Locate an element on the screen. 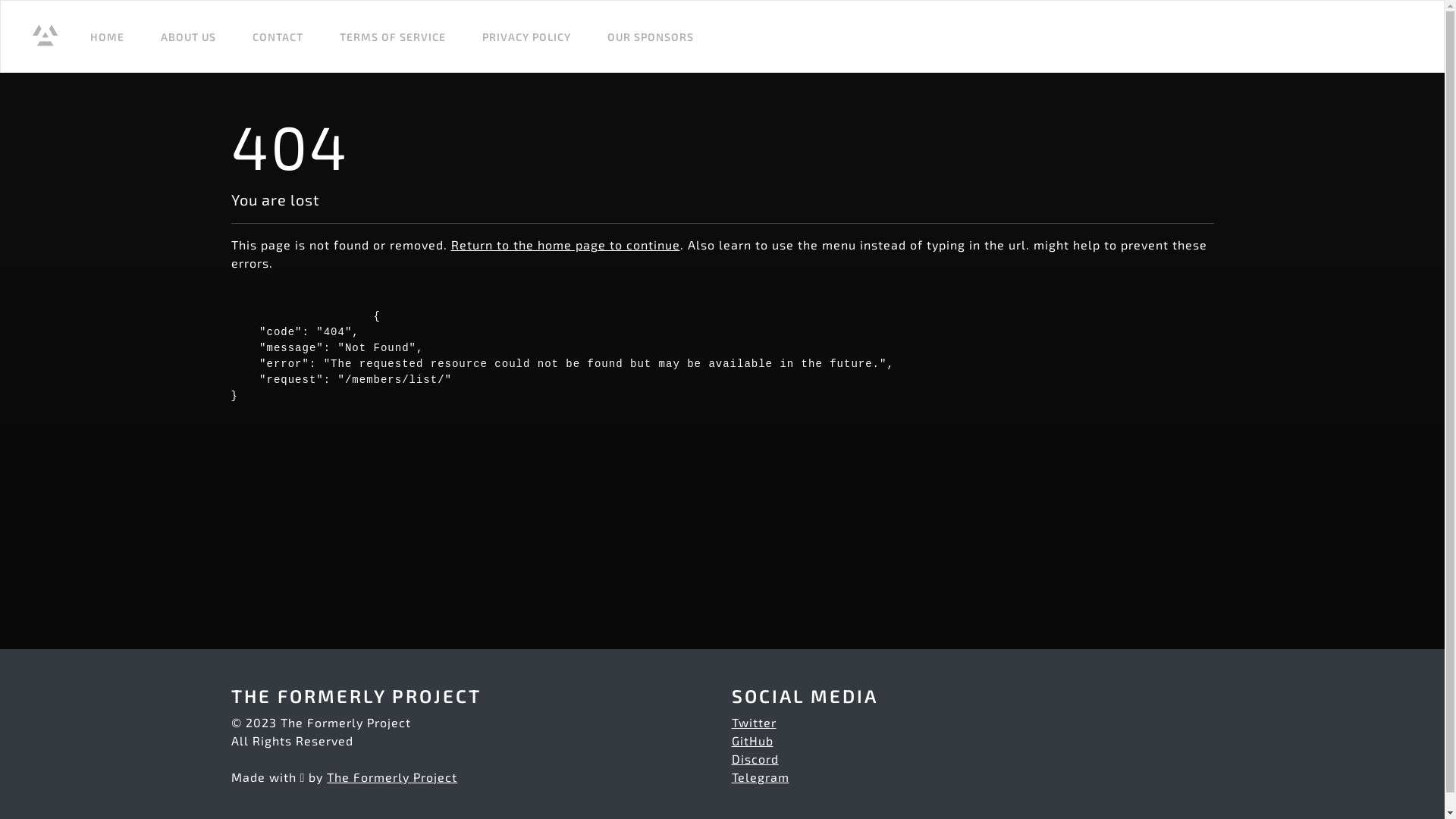  'Return to the home page to continue' is located at coordinates (563, 243).